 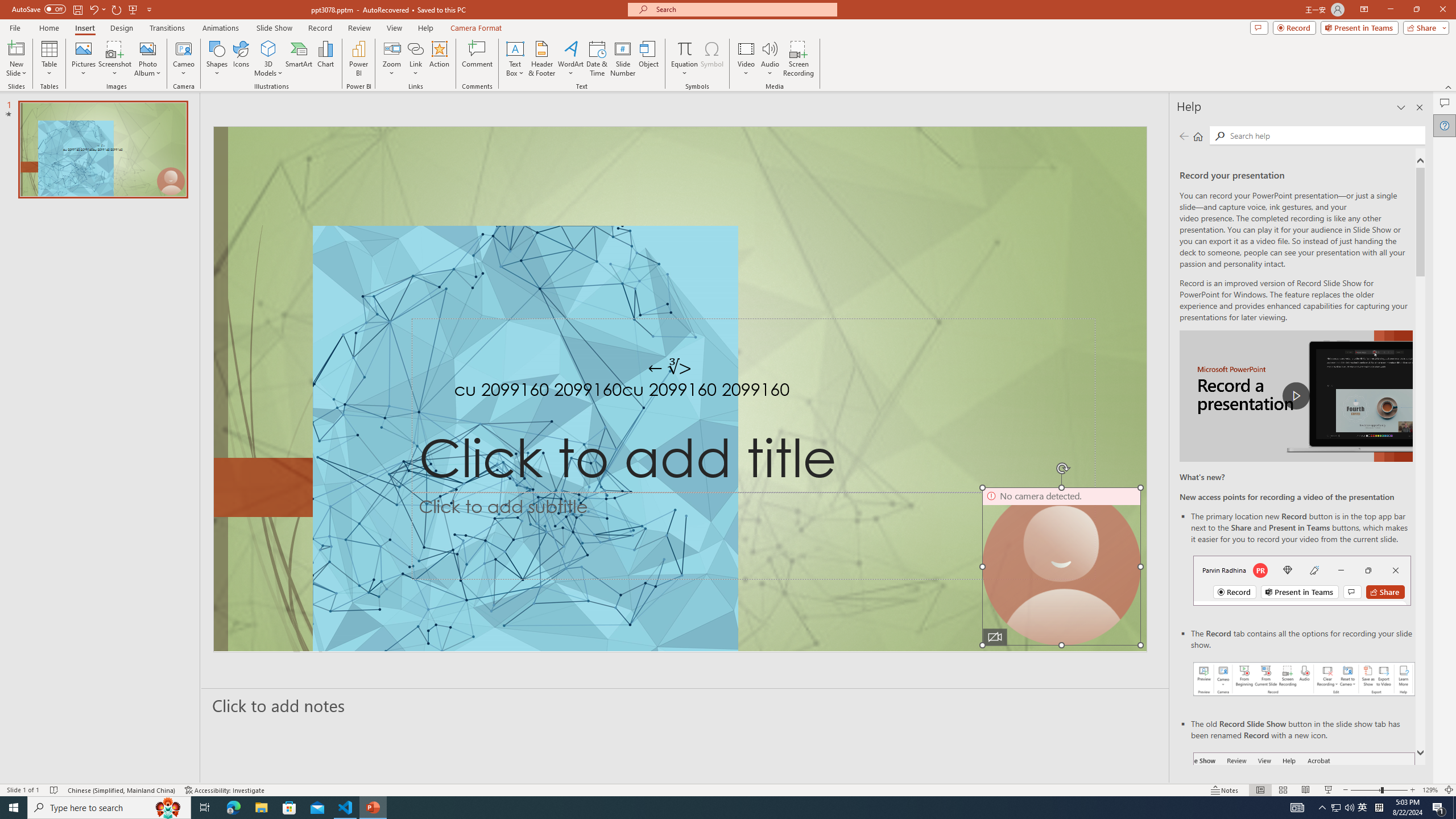 What do you see at coordinates (147, 59) in the screenshot?
I see `'Photo Album...'` at bounding box center [147, 59].